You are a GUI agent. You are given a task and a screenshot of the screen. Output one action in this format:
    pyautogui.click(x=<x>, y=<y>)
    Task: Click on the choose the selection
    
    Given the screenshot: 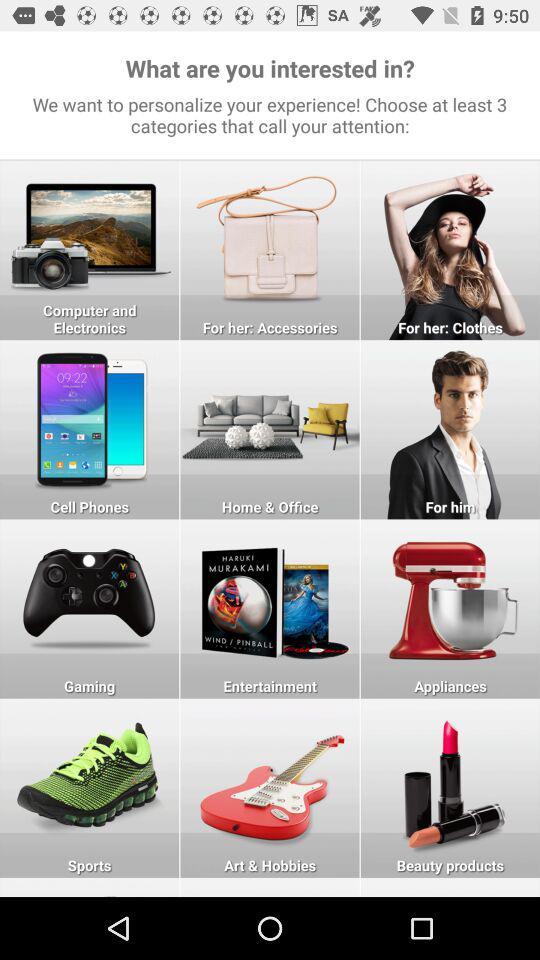 What is the action you would take?
    pyautogui.click(x=88, y=788)
    